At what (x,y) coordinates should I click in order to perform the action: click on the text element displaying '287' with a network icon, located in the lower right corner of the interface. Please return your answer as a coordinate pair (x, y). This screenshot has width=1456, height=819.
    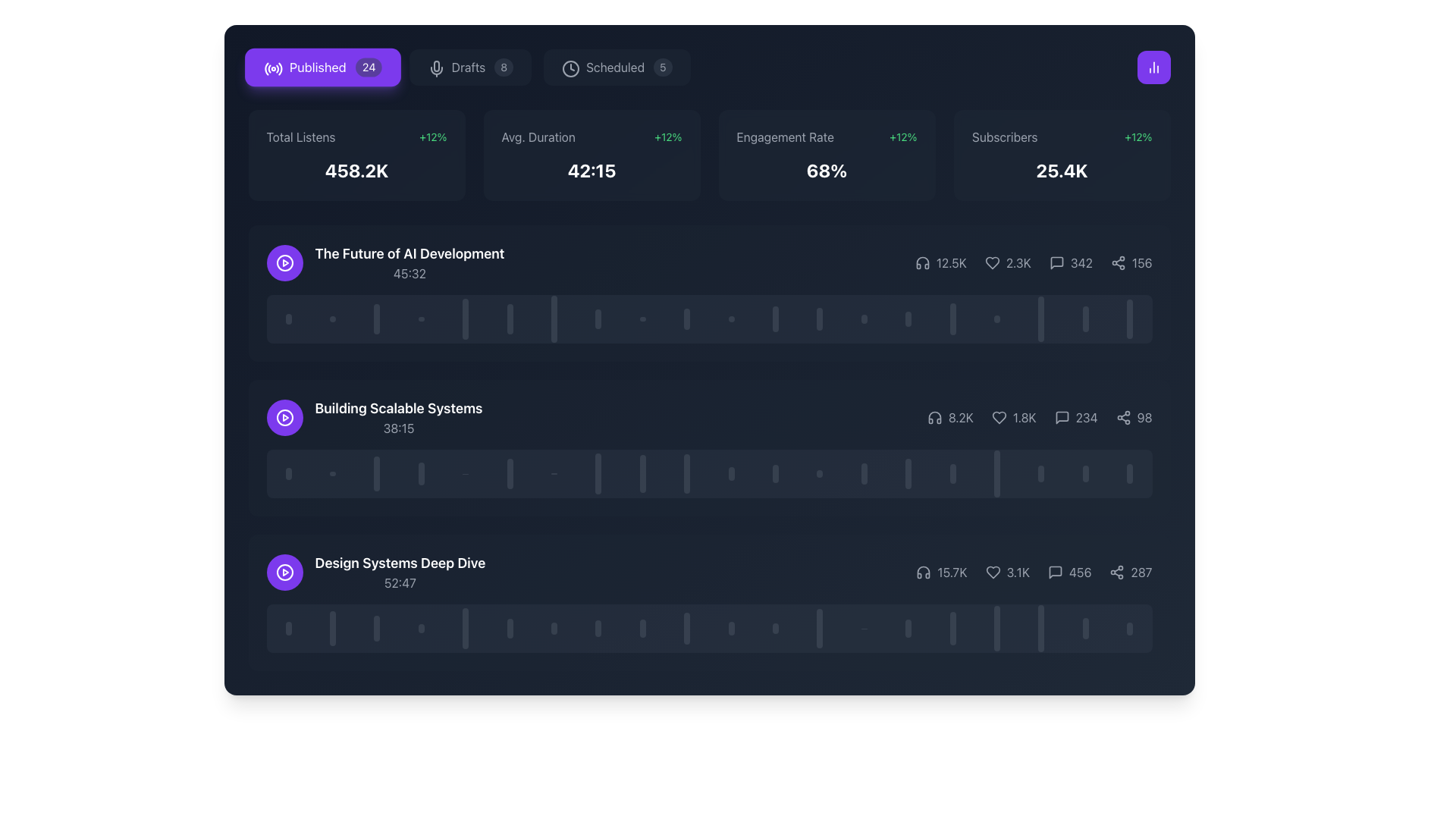
    Looking at the image, I should click on (1131, 573).